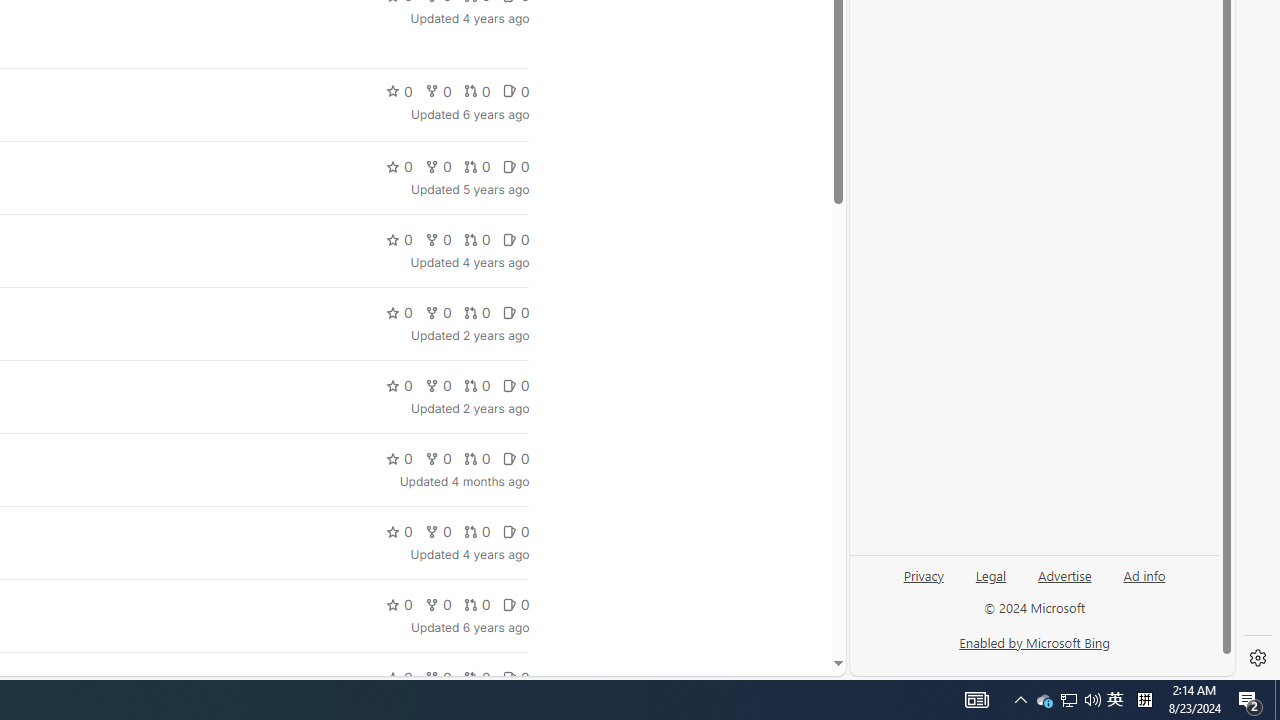 The width and height of the screenshot is (1280, 720). I want to click on 'Legal', so click(991, 574).